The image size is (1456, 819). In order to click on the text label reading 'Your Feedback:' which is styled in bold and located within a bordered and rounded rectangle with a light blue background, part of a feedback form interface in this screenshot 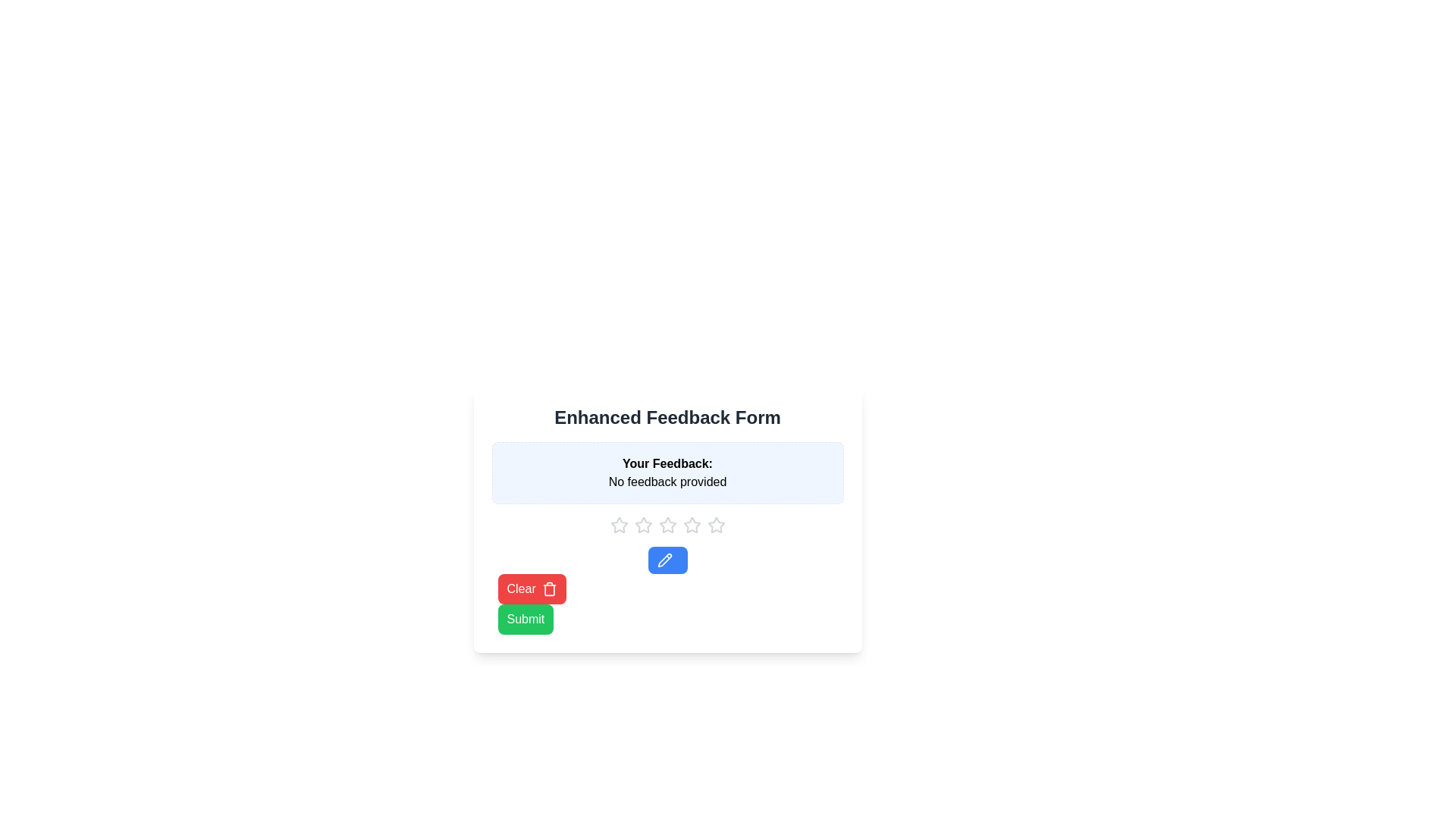, I will do `click(667, 463)`.